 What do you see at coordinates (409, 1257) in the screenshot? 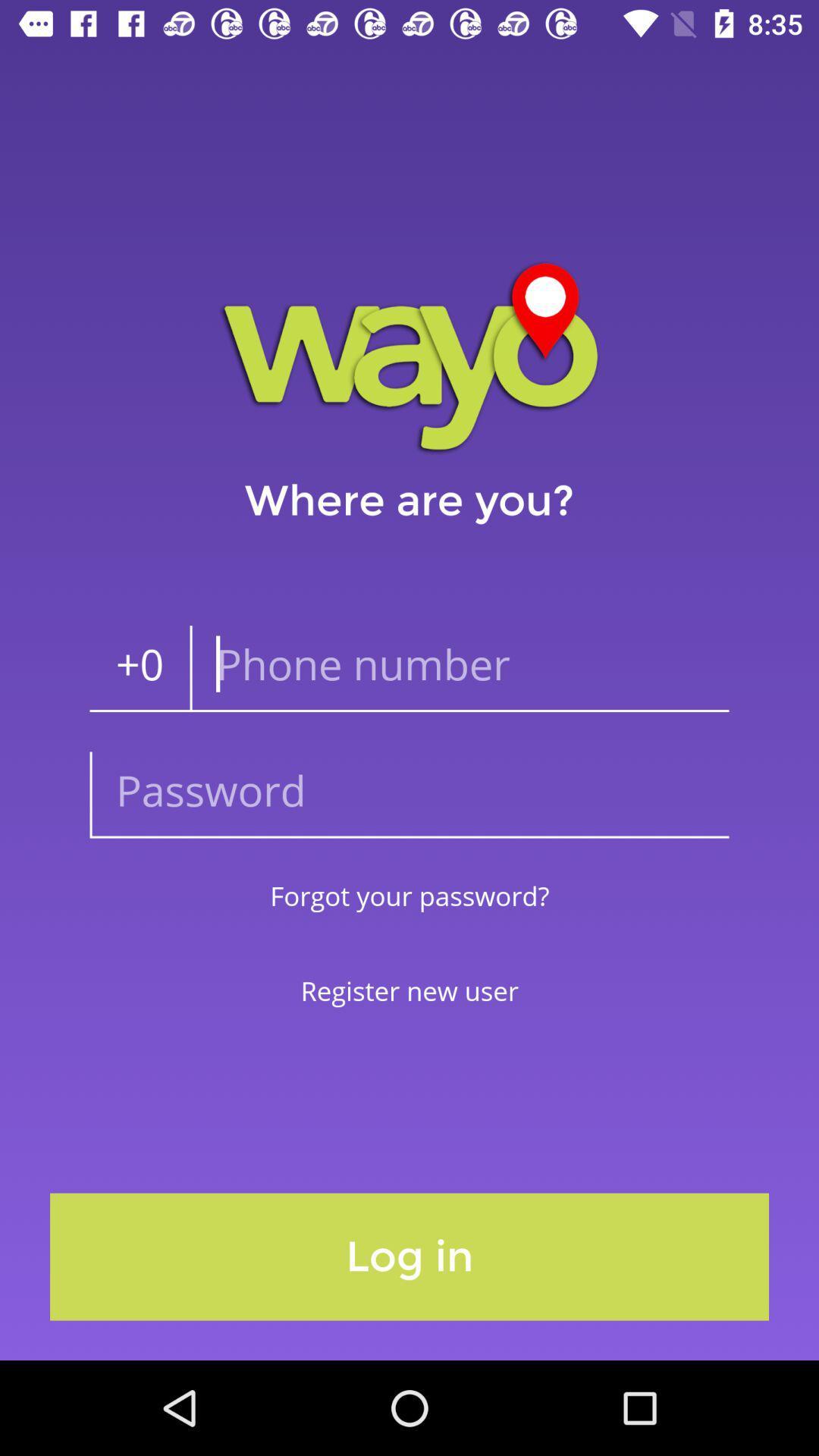
I see `log in item` at bounding box center [409, 1257].